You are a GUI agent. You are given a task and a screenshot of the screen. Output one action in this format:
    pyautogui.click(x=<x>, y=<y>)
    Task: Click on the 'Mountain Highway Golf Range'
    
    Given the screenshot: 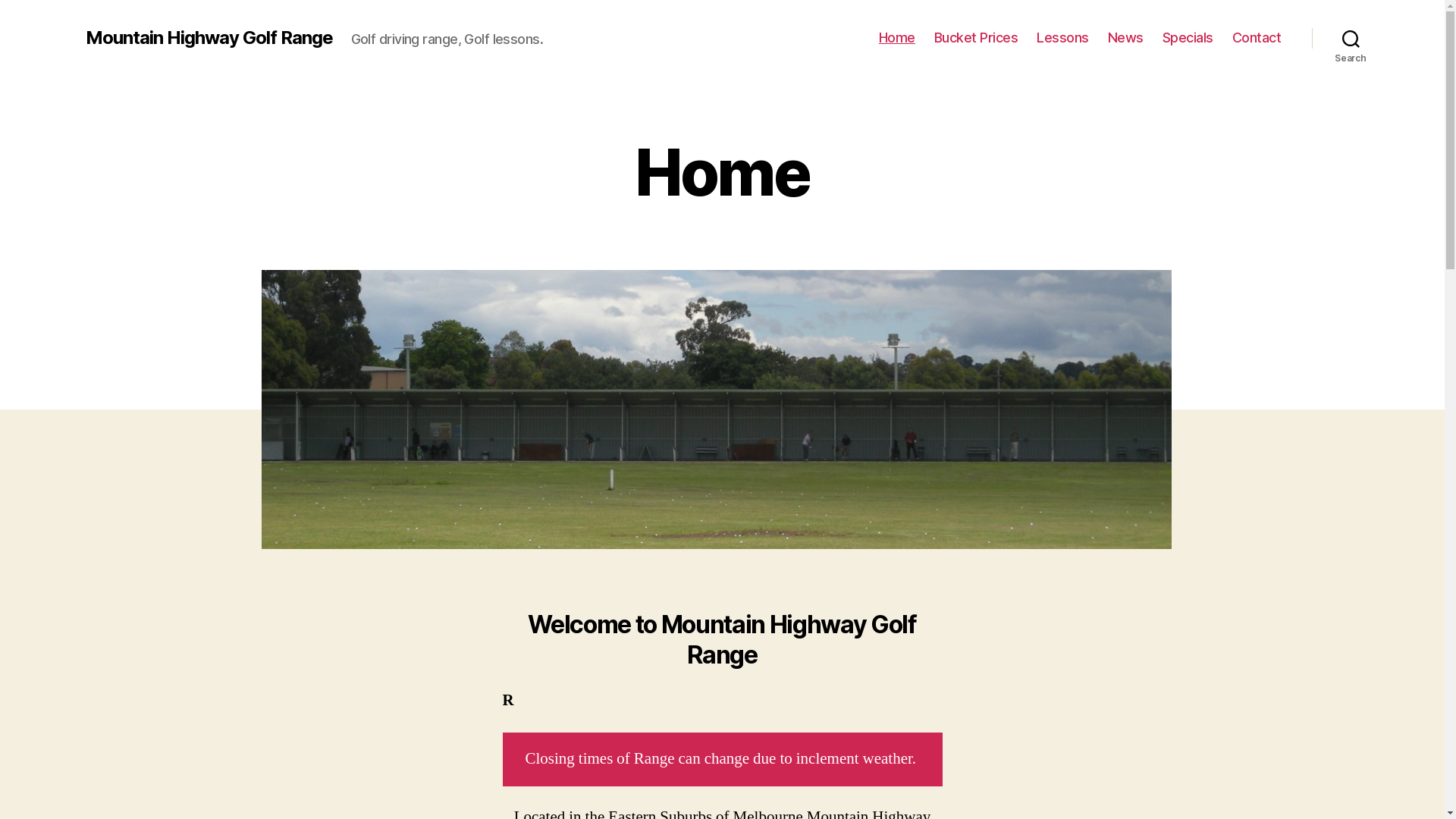 What is the action you would take?
    pyautogui.click(x=207, y=37)
    